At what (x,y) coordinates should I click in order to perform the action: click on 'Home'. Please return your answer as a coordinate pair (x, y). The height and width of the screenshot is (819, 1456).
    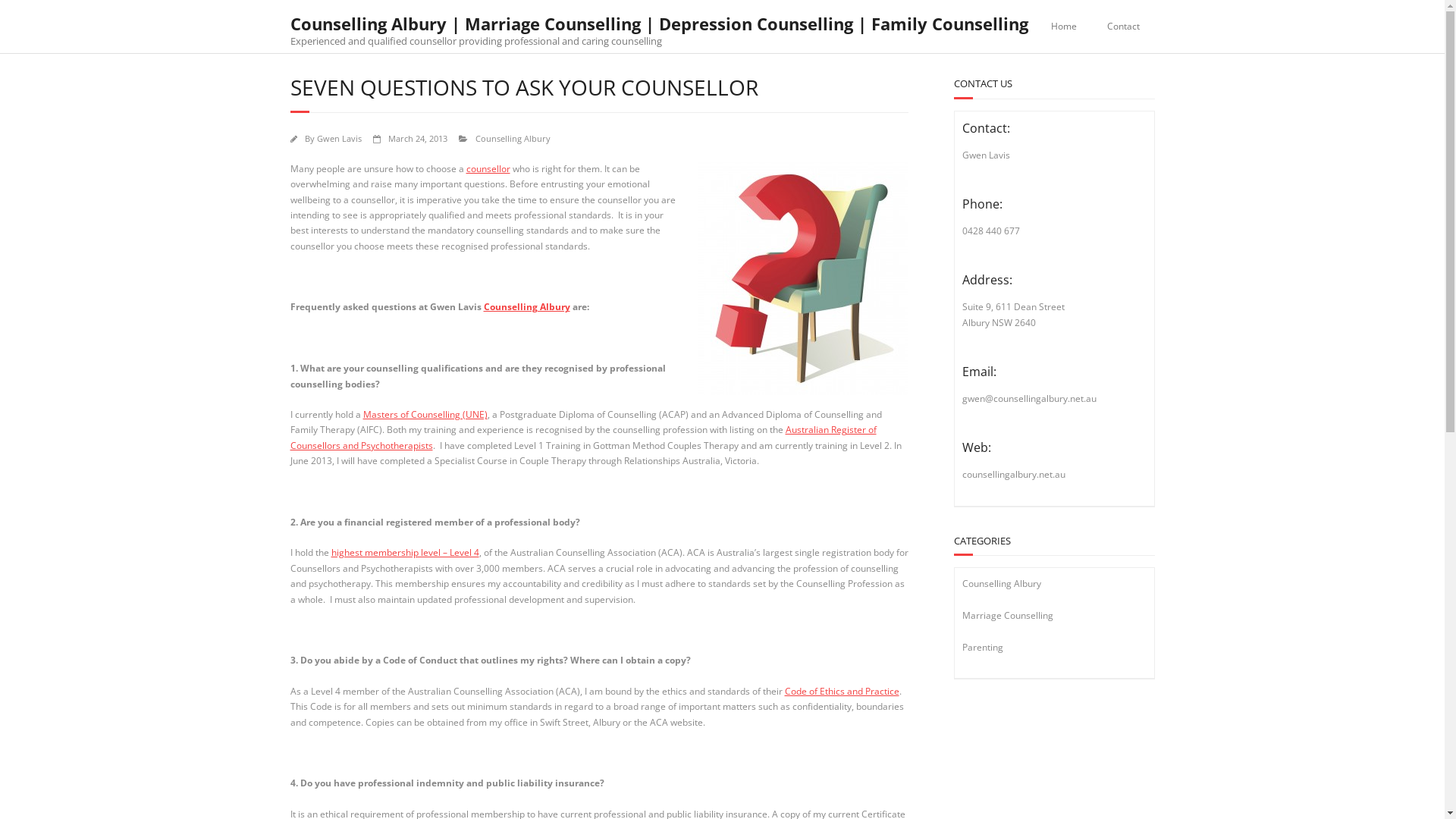
    Looking at the image, I should click on (1035, 26).